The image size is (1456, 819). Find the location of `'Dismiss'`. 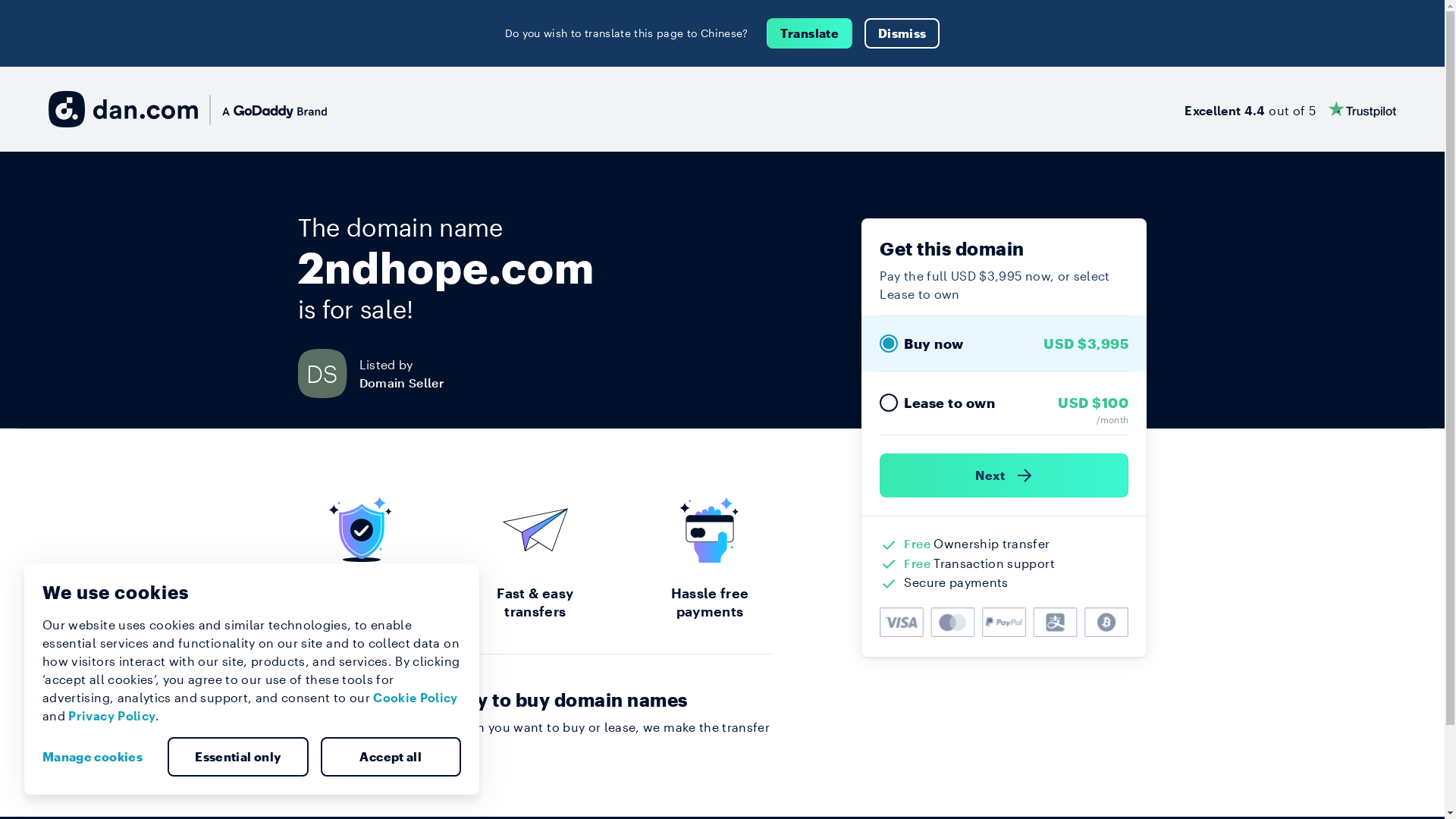

'Dismiss' is located at coordinates (902, 33).